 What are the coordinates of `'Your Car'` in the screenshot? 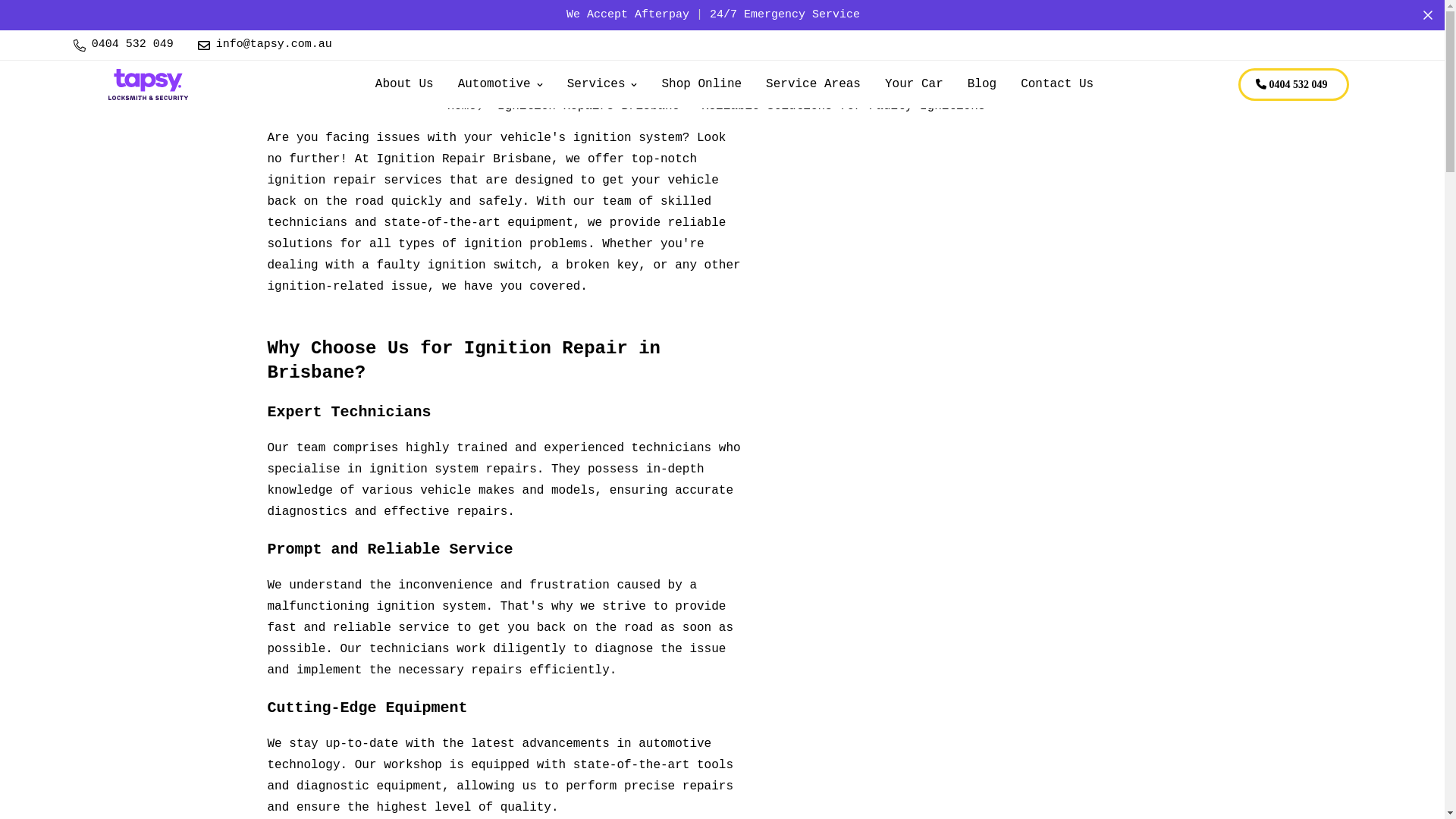 It's located at (913, 84).